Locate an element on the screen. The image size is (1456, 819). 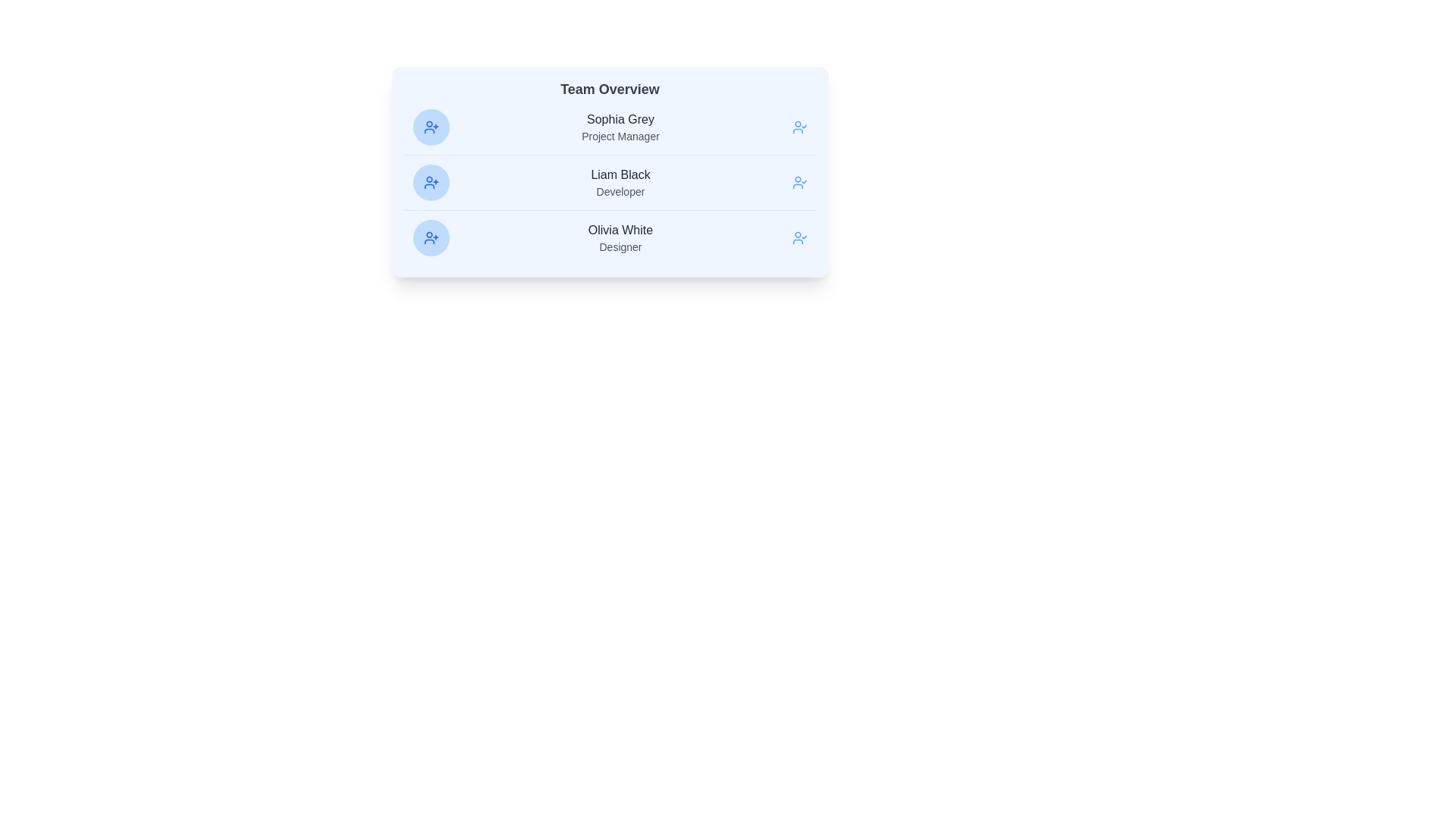
the highlighted name 'Liam Black' in the Team member information card section is located at coordinates (610, 171).